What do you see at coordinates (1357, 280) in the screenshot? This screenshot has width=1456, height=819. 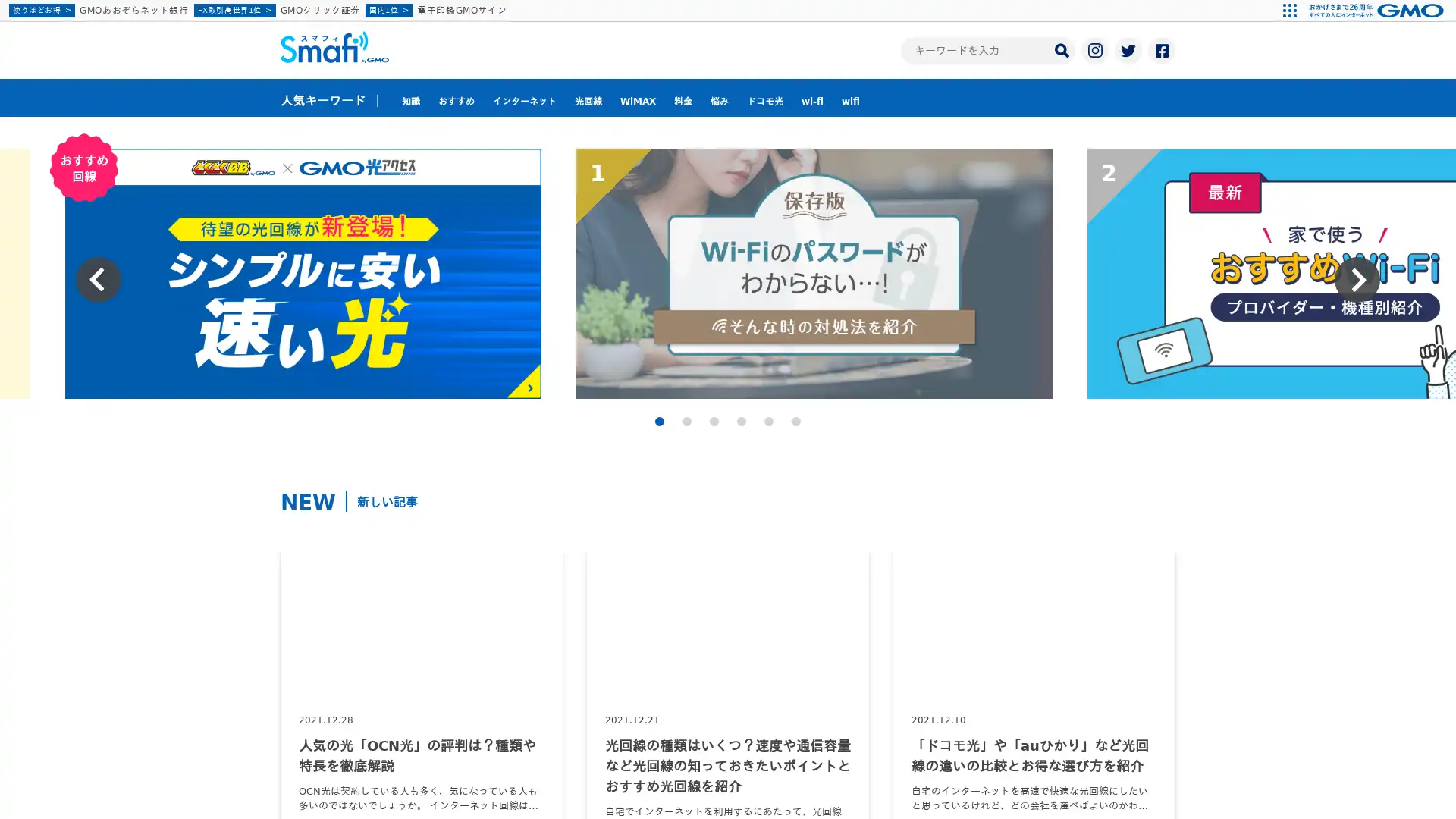 I see `Next` at bounding box center [1357, 280].